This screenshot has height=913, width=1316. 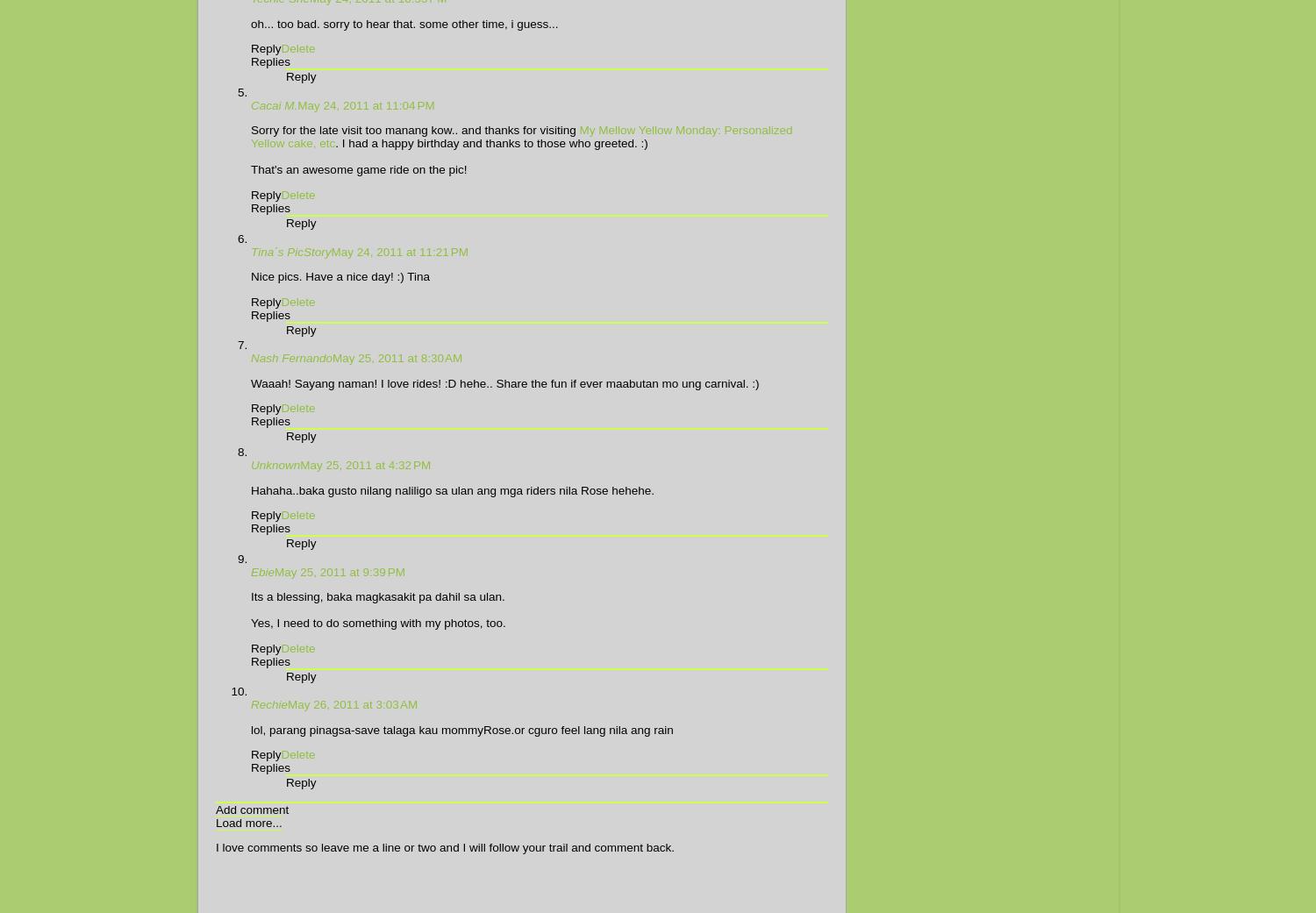 What do you see at coordinates (251, 622) in the screenshot?
I see `'Yes, I need to do something with my photos, too.'` at bounding box center [251, 622].